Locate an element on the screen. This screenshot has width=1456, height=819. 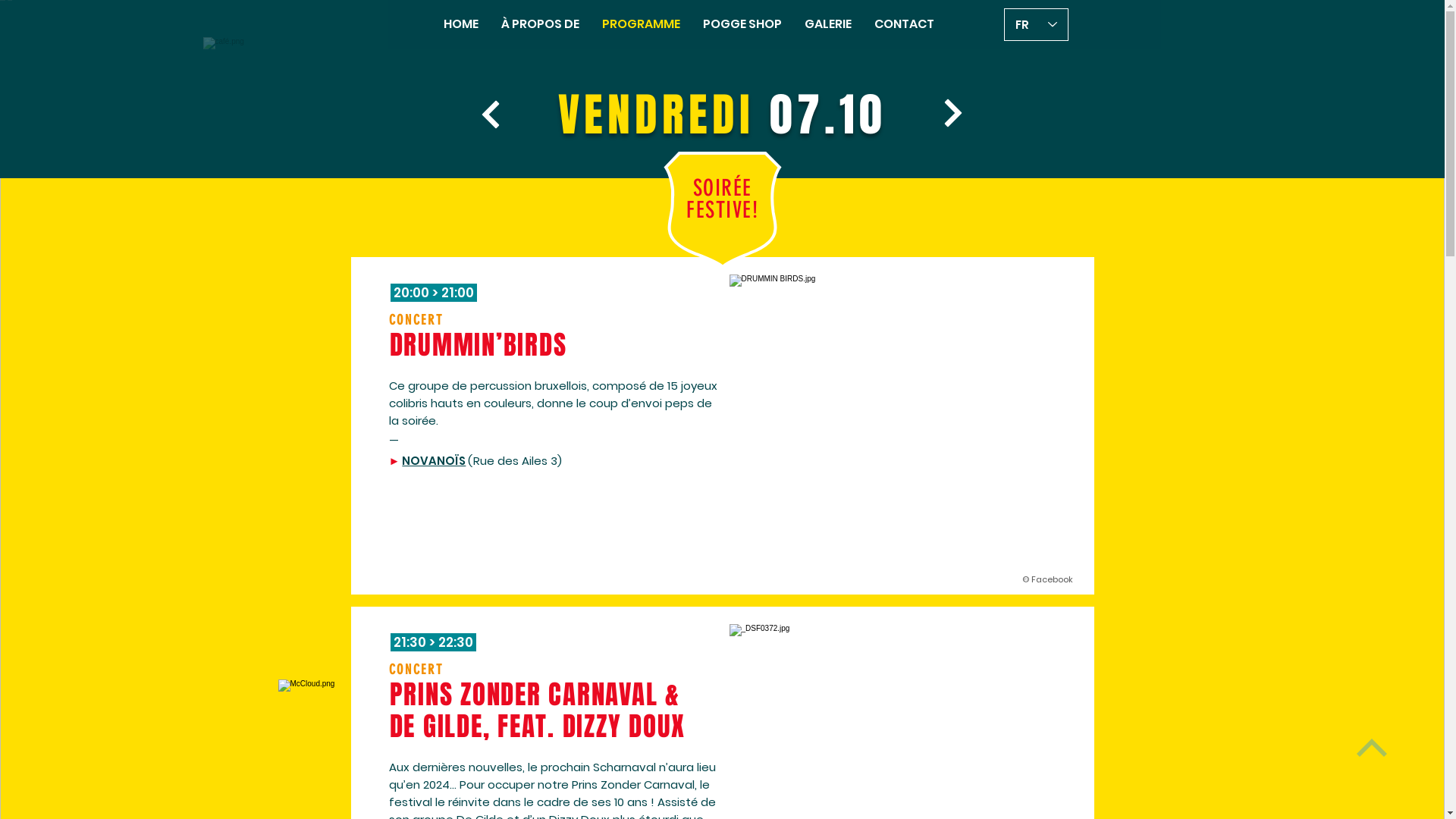
'GALERIE' is located at coordinates (827, 24).